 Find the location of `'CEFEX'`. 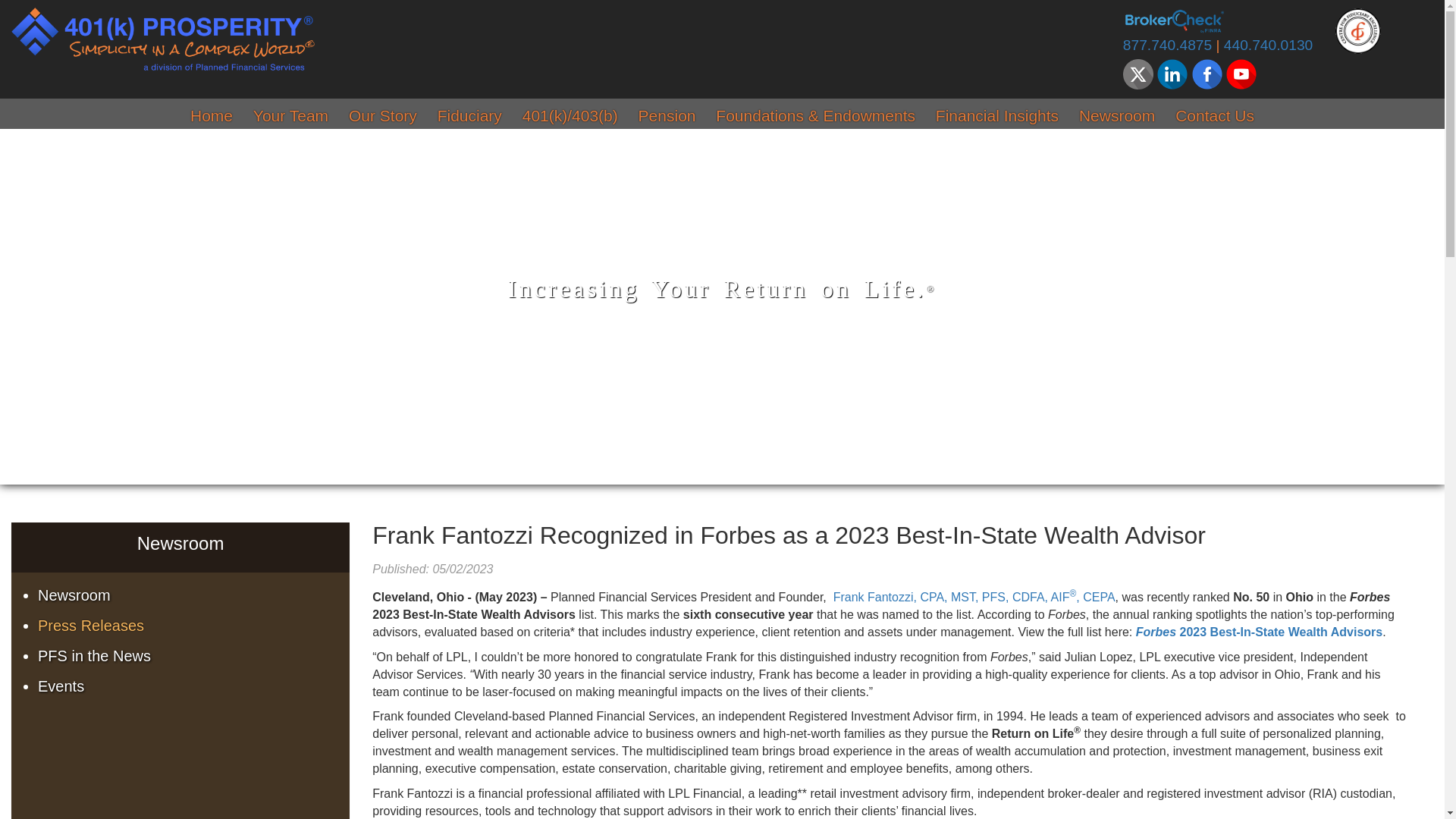

'CEFEX' is located at coordinates (1357, 30).